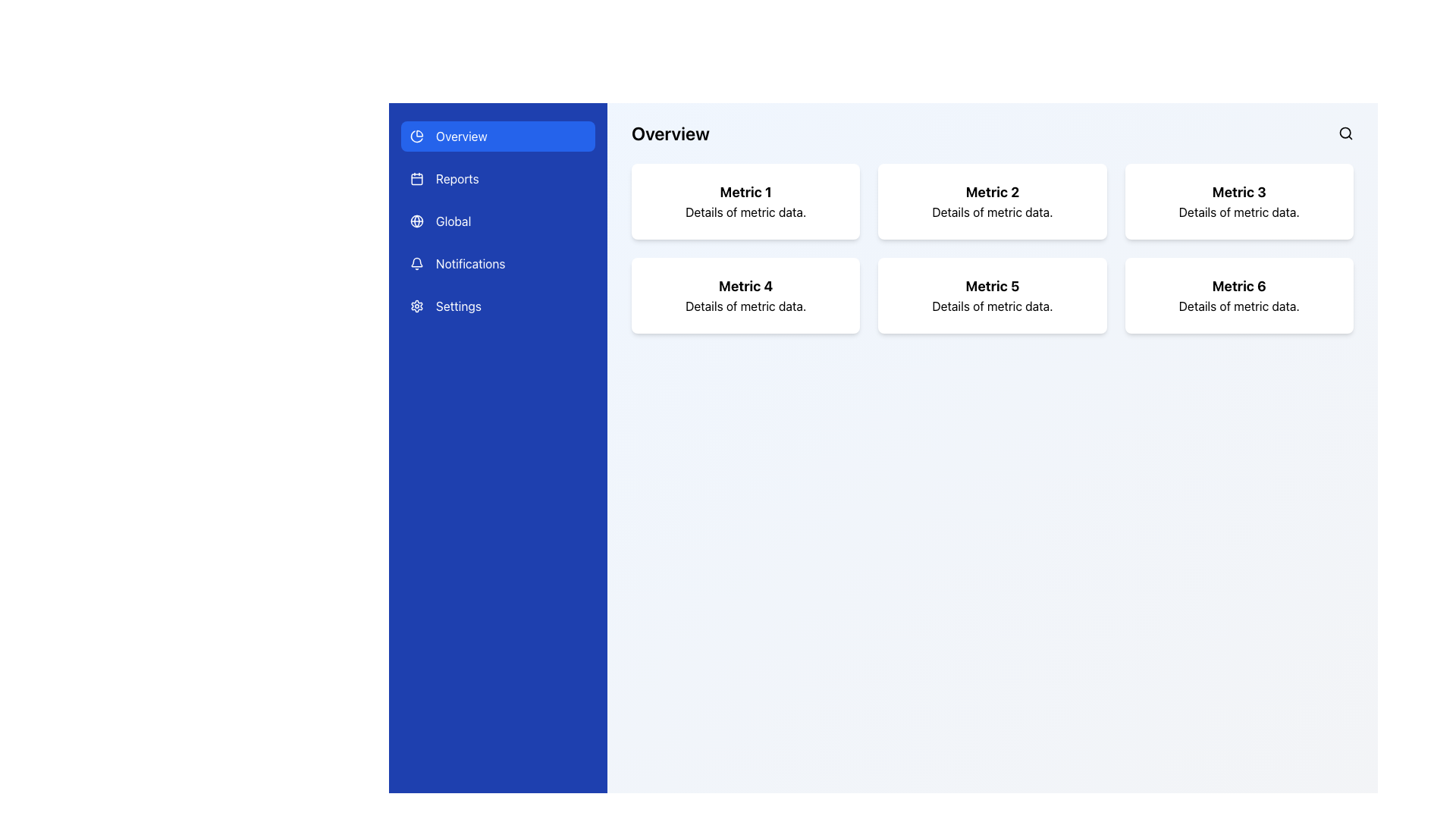 This screenshot has height=819, width=1456. What do you see at coordinates (1346, 133) in the screenshot?
I see `the magnifying glass icon button, which is outlined and located near the top-right corner of the interface, to initiate a search action` at bounding box center [1346, 133].